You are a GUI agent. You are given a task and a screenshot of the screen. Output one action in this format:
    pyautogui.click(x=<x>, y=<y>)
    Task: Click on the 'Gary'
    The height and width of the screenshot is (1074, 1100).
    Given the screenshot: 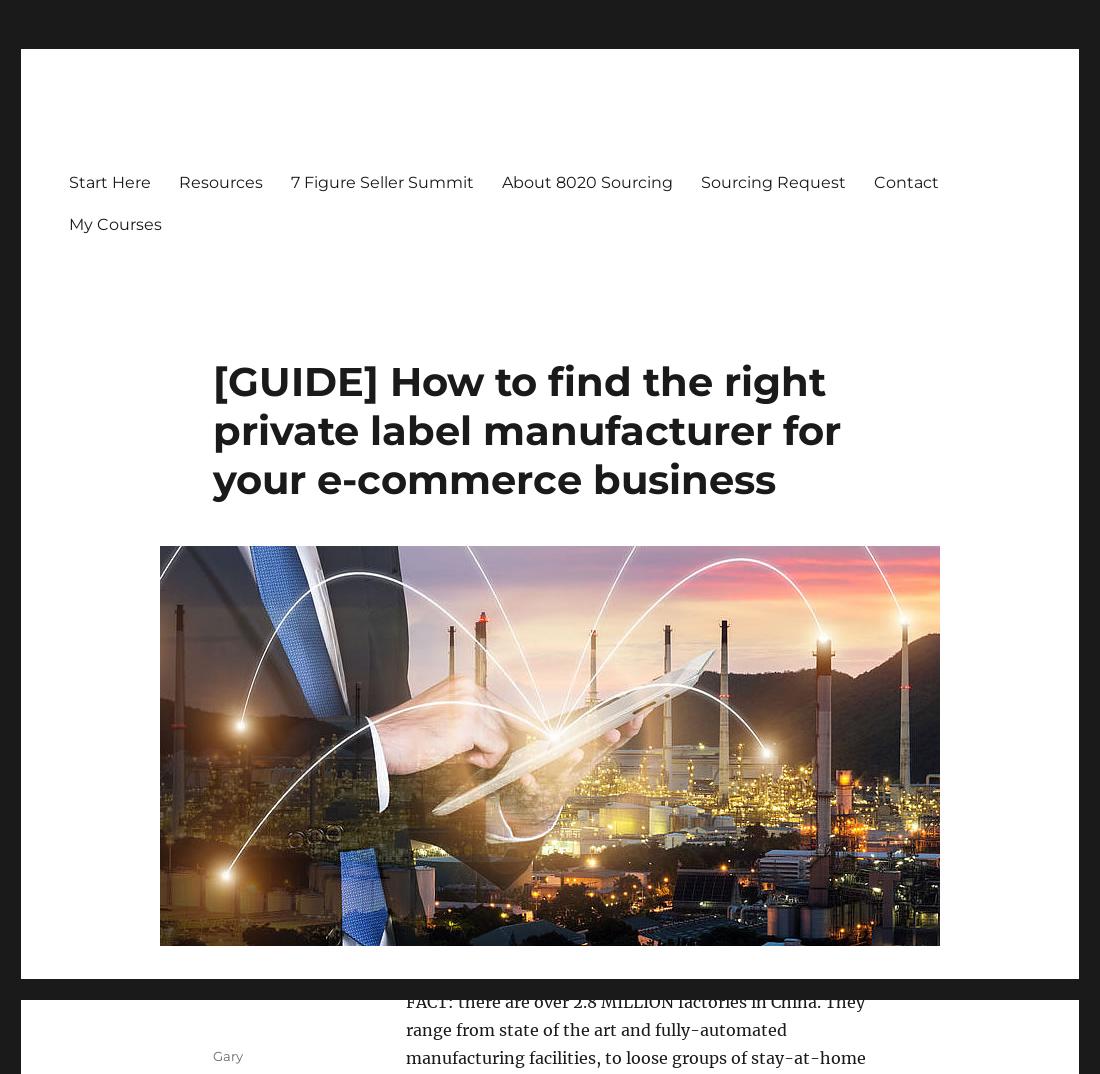 What is the action you would take?
    pyautogui.click(x=228, y=1054)
    